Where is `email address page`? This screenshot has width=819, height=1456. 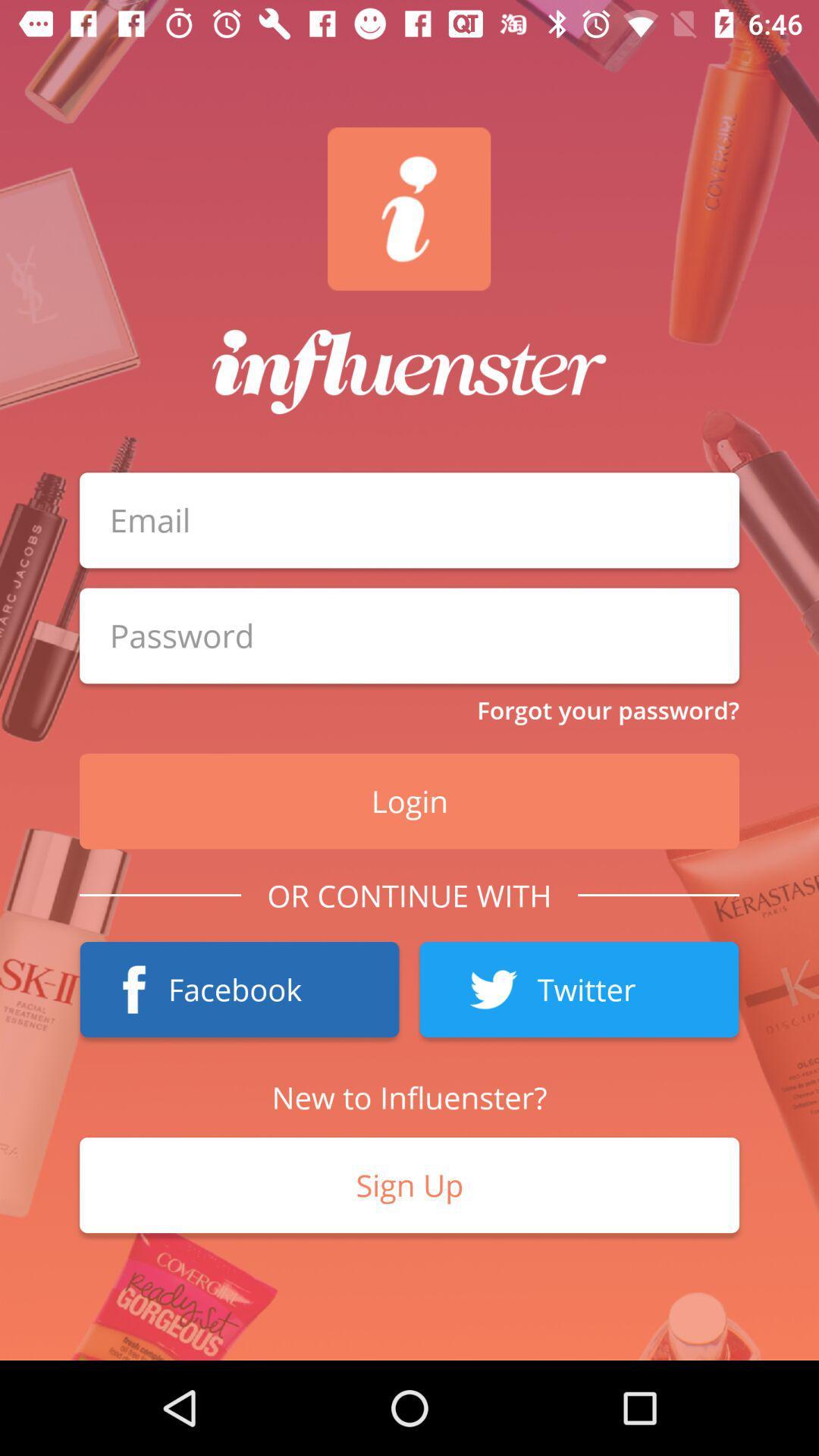 email address page is located at coordinates (409, 635).